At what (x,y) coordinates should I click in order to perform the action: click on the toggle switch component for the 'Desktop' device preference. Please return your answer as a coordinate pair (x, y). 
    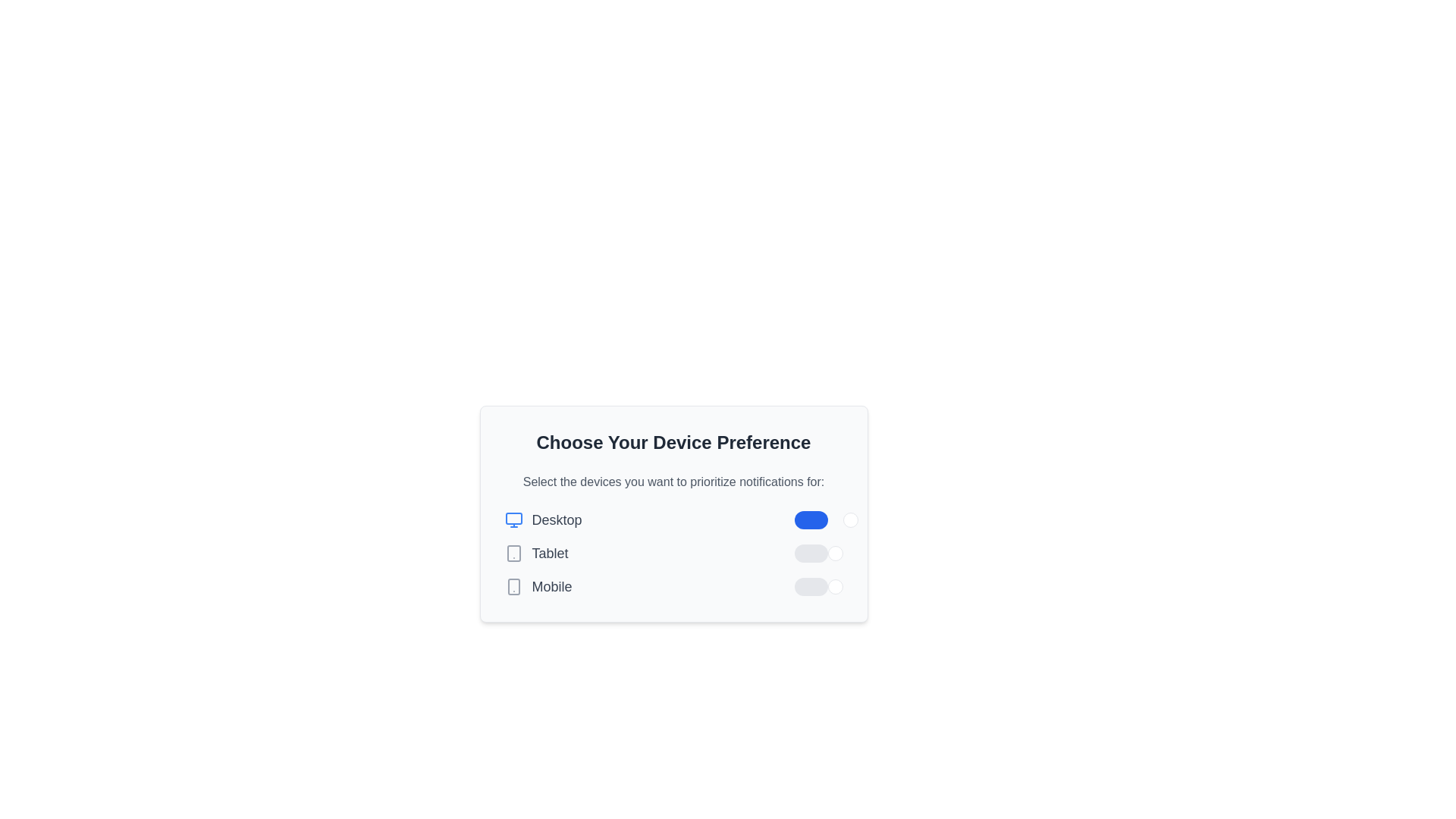
    Looking at the image, I should click on (673, 519).